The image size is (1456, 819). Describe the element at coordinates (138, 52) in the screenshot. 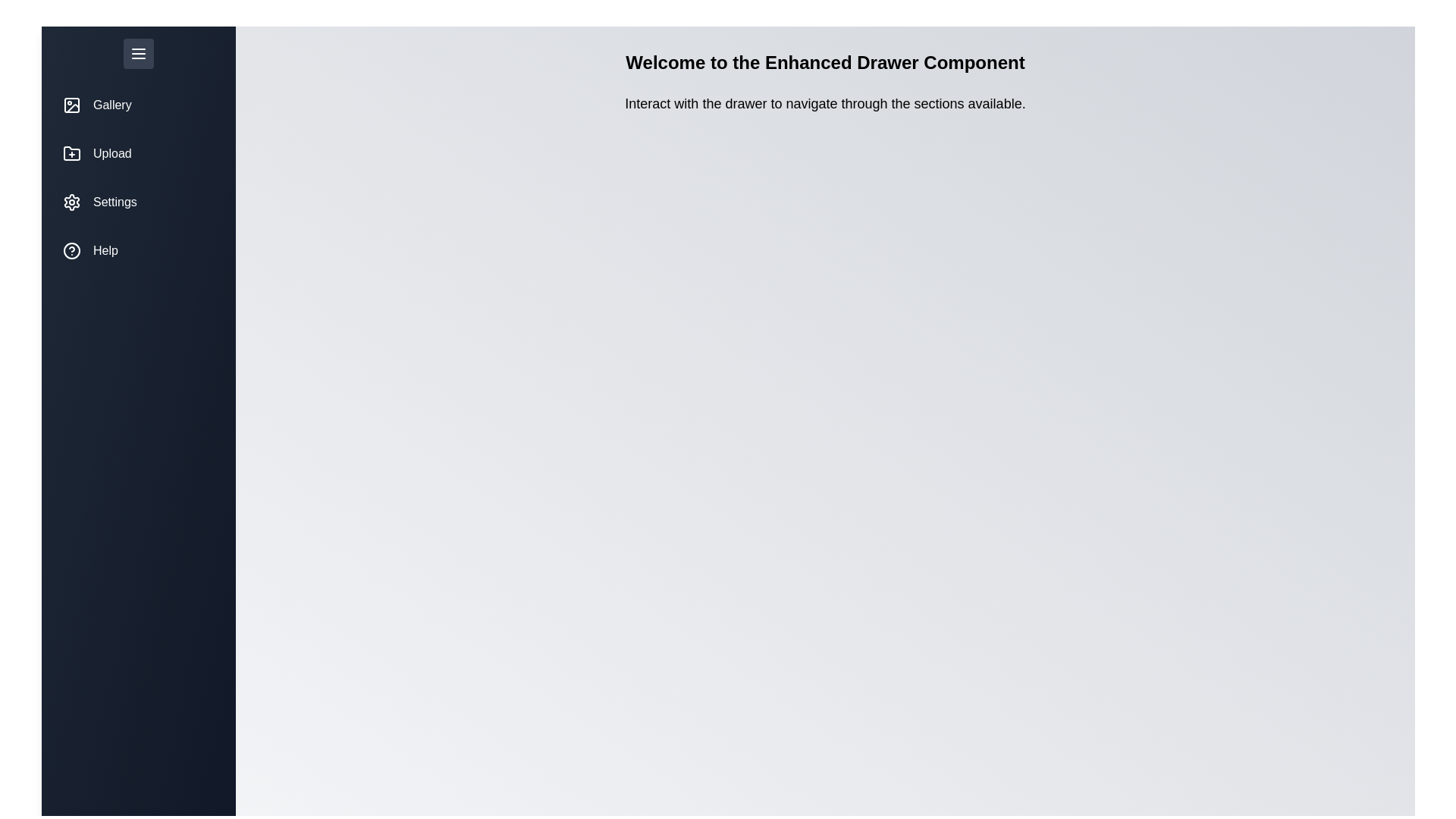

I see `the menu button to toggle the drawer open or close` at that location.